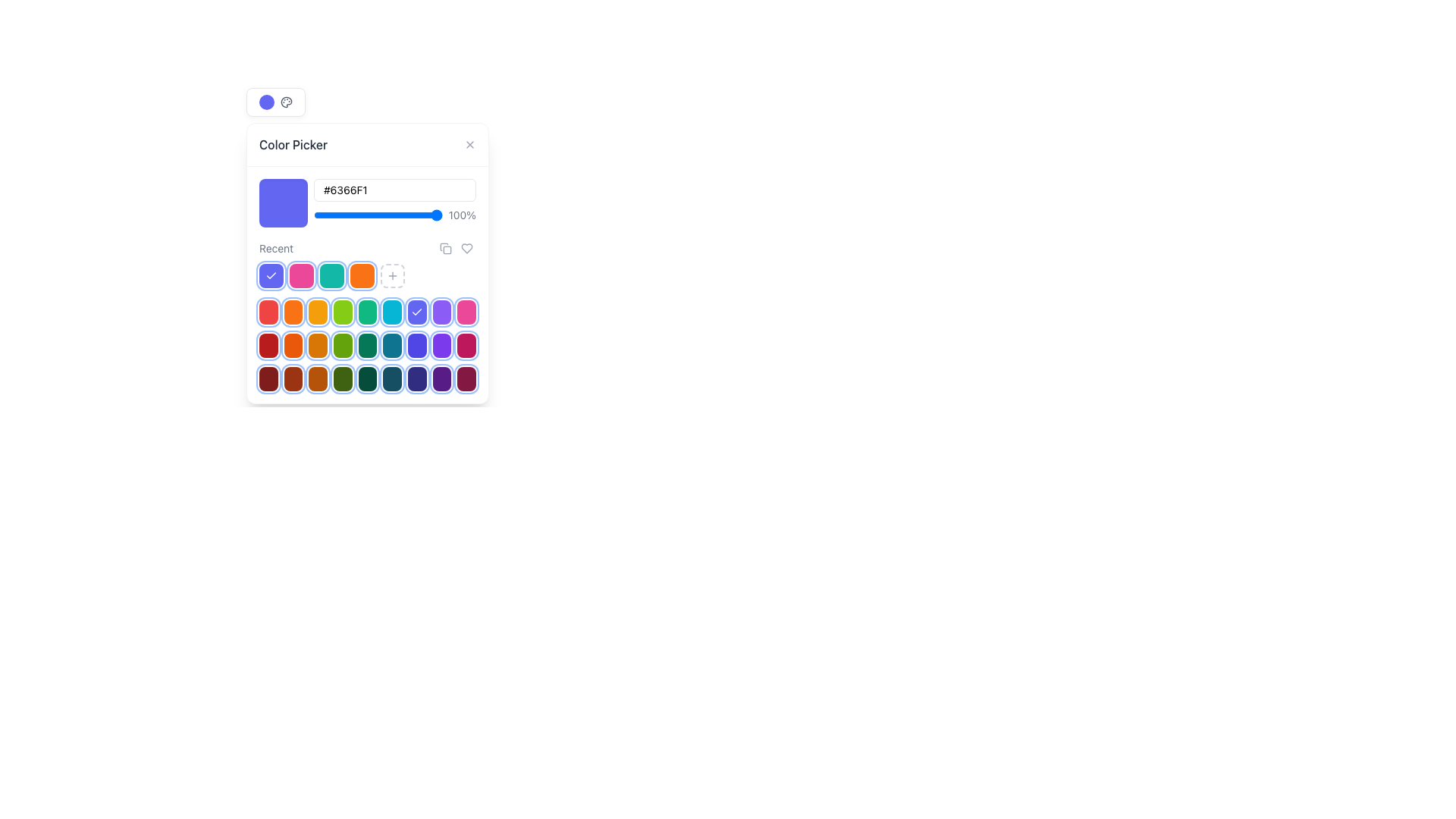  What do you see at coordinates (367, 345) in the screenshot?
I see `the fifth color block in the interactive color selection grid row` at bounding box center [367, 345].